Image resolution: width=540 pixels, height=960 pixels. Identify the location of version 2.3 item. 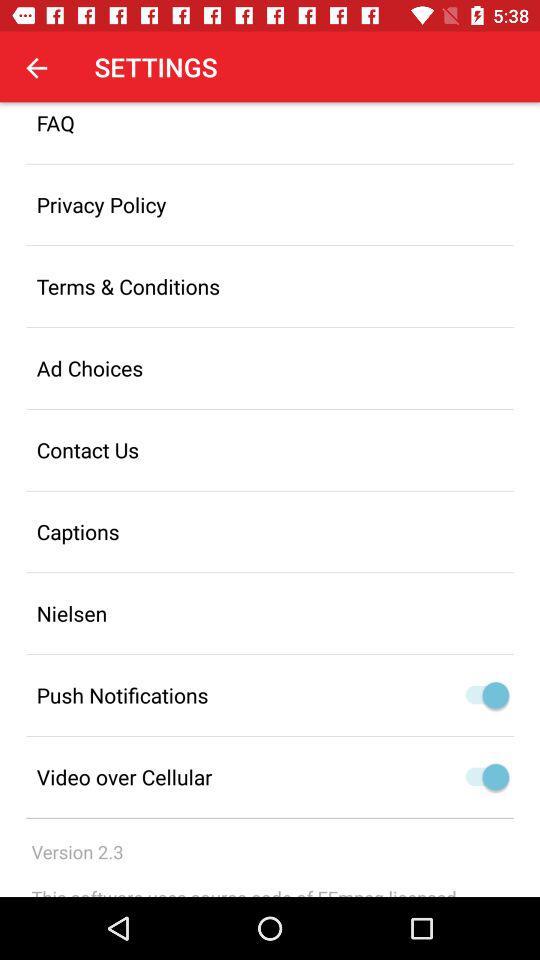
(76, 851).